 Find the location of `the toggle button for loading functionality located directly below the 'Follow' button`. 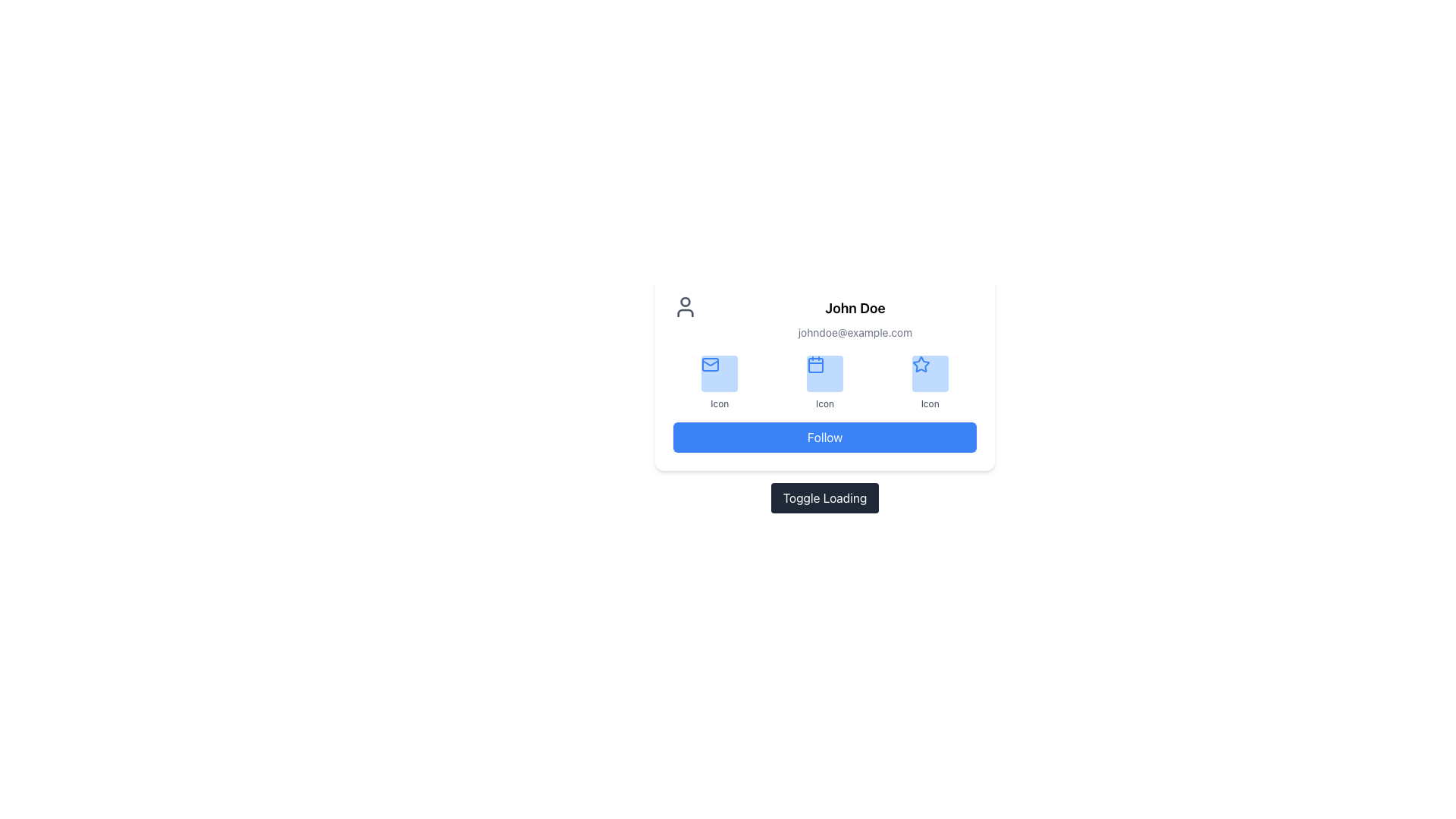

the toggle button for loading functionality located directly below the 'Follow' button is located at coordinates (824, 497).